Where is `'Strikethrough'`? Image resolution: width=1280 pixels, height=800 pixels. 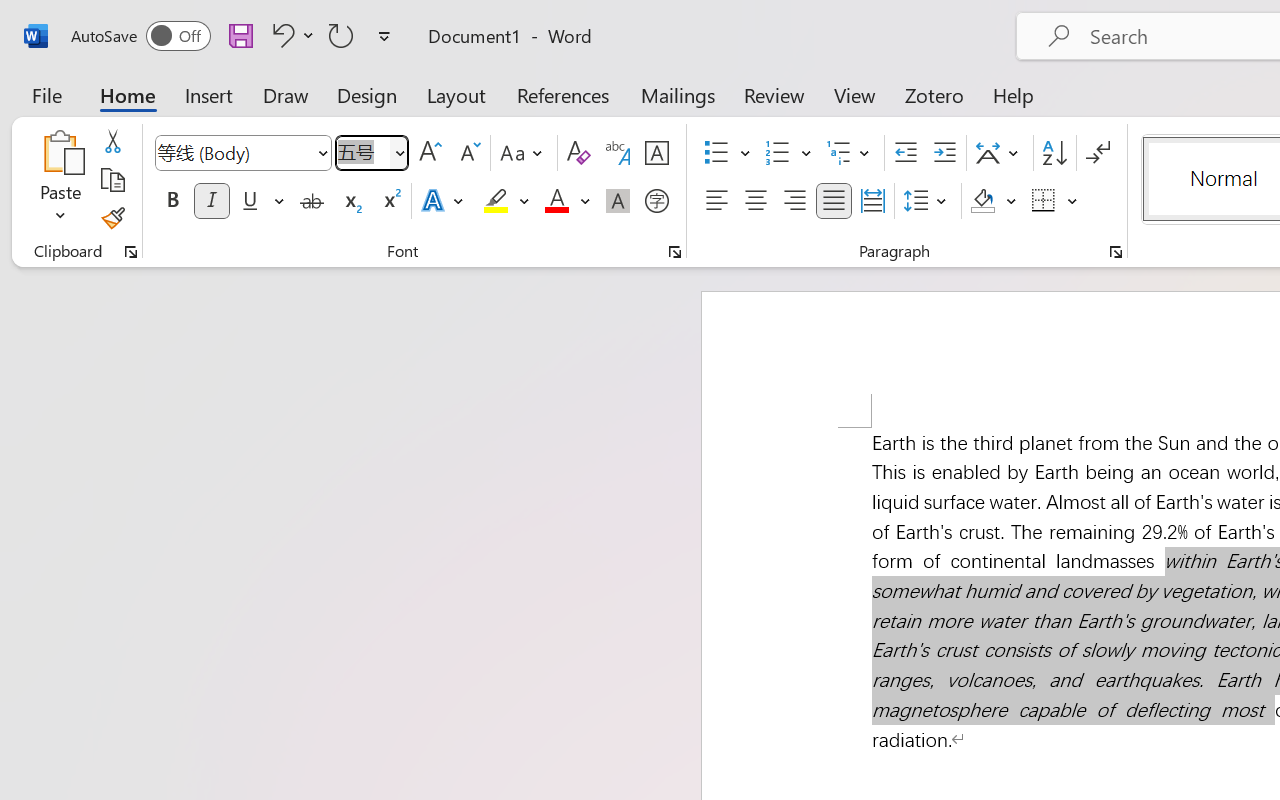 'Strikethrough' is located at coordinates (311, 201).